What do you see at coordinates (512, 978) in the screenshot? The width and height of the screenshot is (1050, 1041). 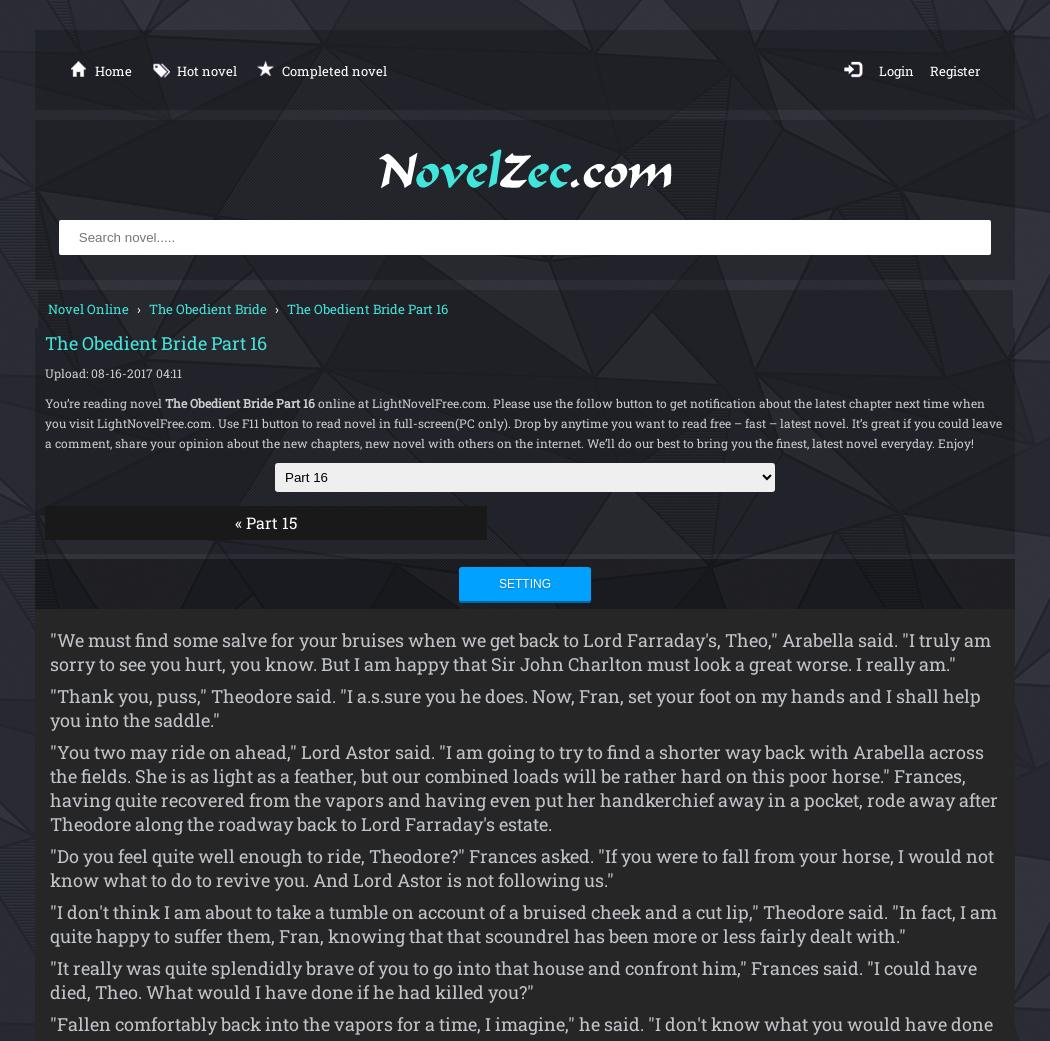 I see `'"It really was quite splendidly brave of you to go into that house and confront him," Frances said. "I could have died, Theo. What would I have done if he had killed you?"'` at bounding box center [512, 978].